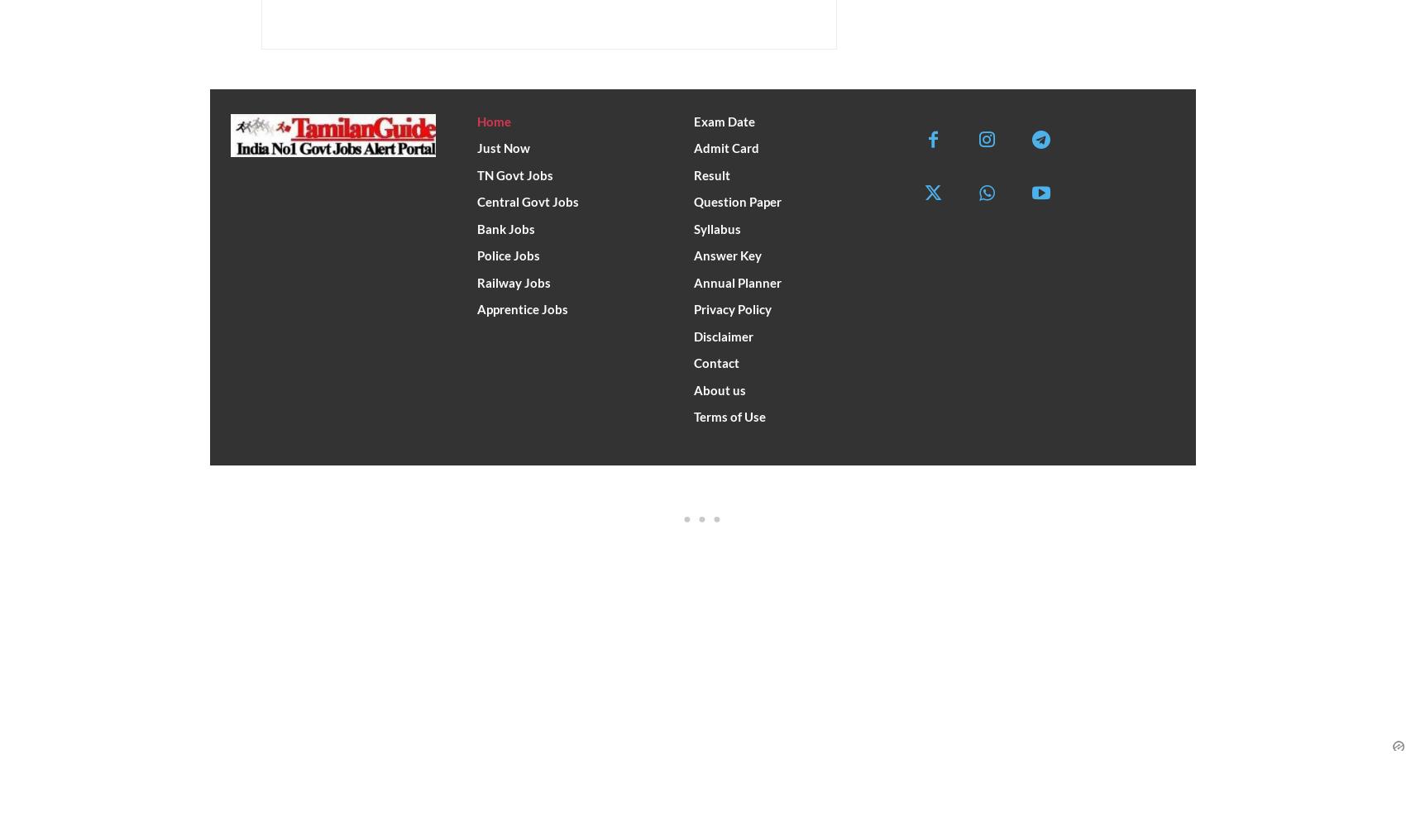 This screenshot has height=840, width=1406. I want to click on 'Just Now', so click(476, 147).